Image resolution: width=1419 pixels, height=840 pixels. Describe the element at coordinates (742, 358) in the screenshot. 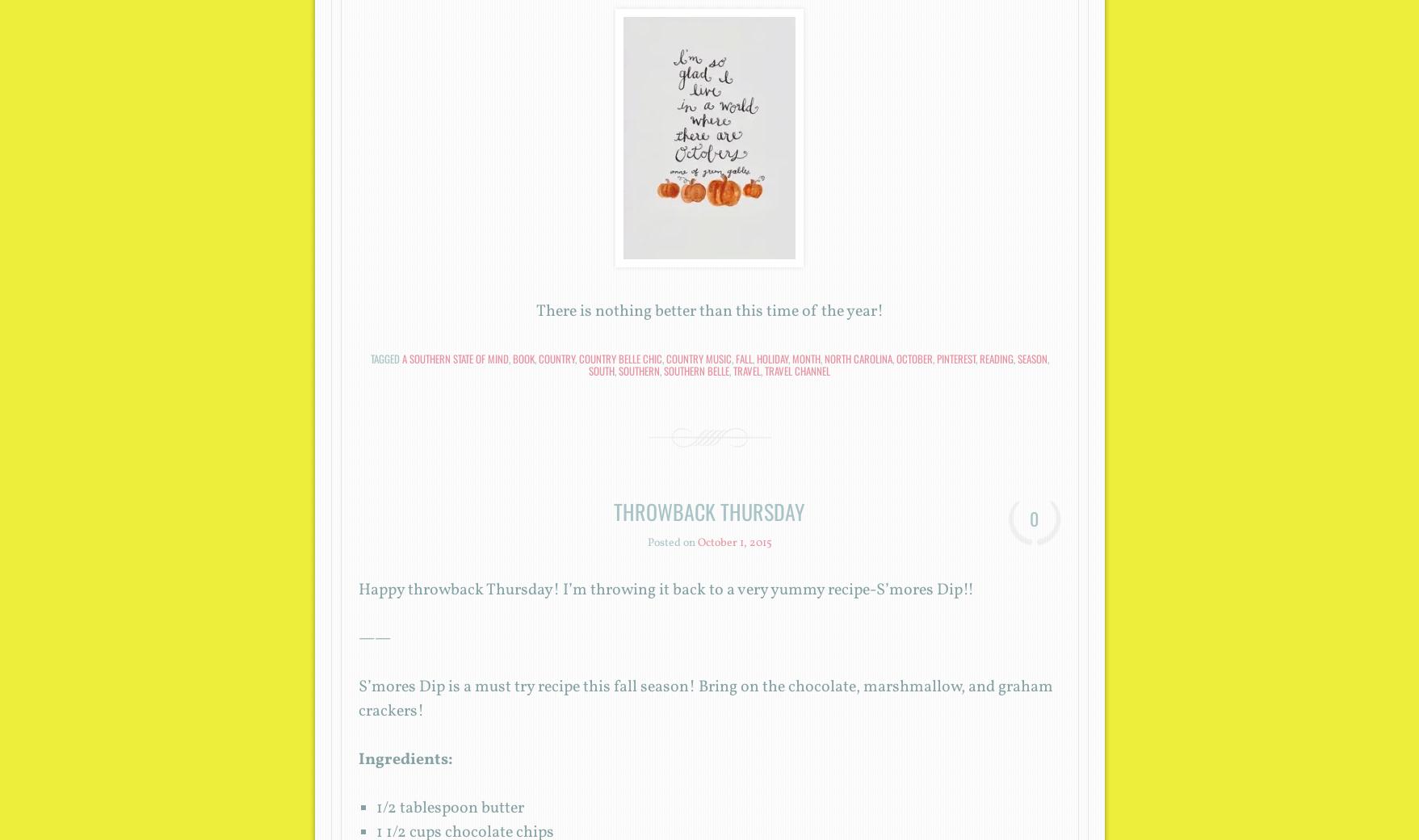

I see `'fall'` at that location.